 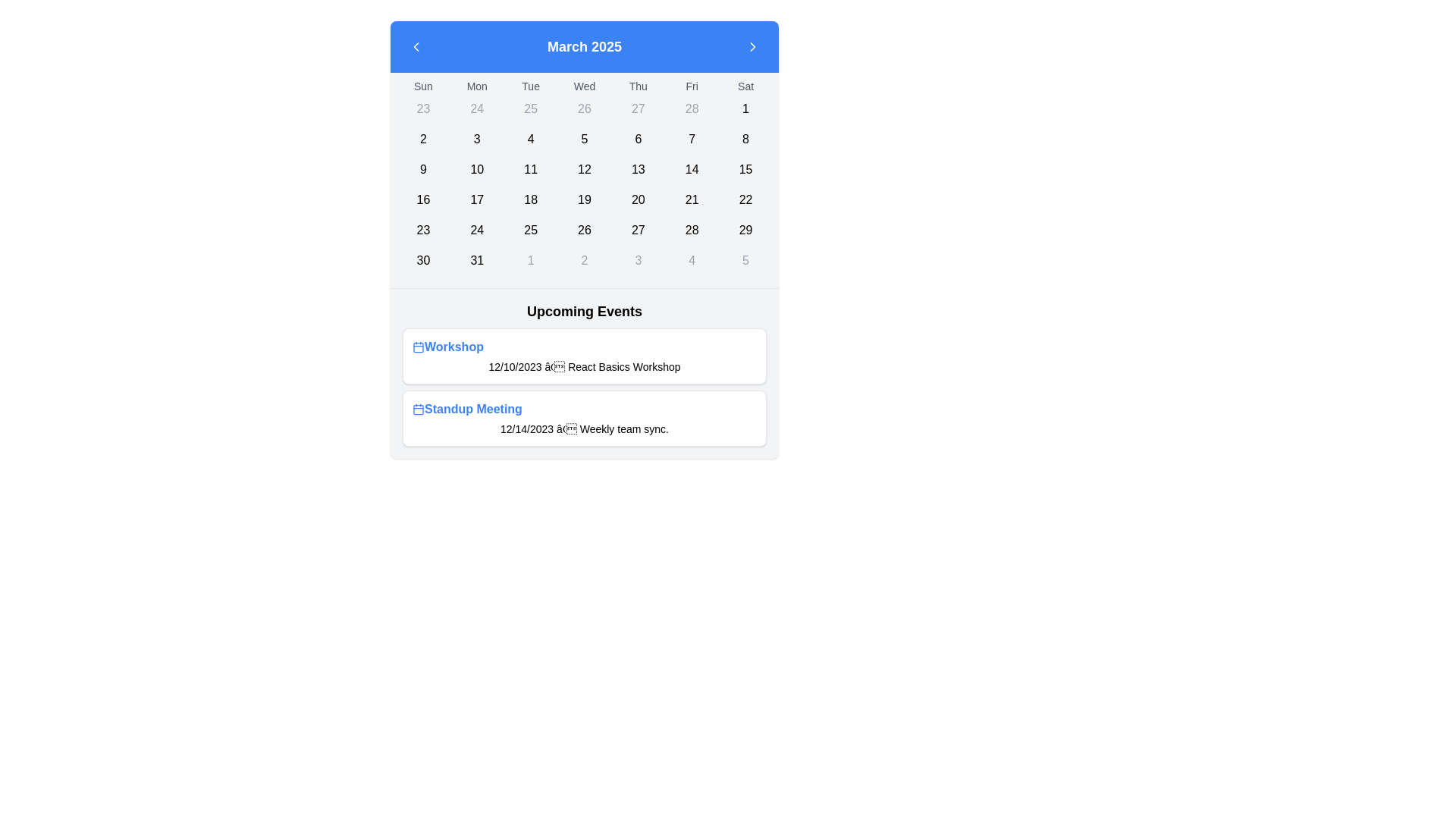 What do you see at coordinates (531, 169) in the screenshot?
I see `the button labeled '11' in the calendar grid view for March 2025` at bounding box center [531, 169].